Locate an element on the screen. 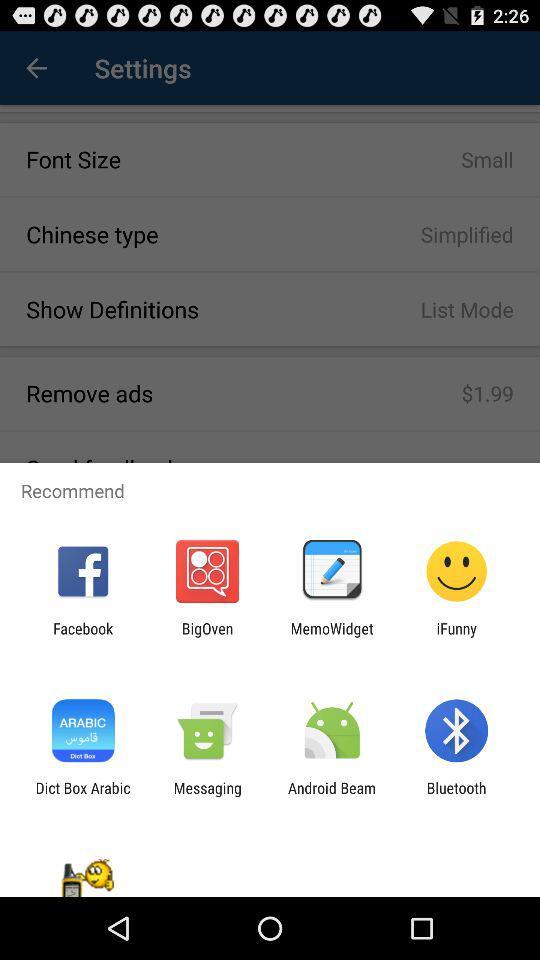 The height and width of the screenshot is (960, 540). icon next to the messaging icon is located at coordinates (82, 796).